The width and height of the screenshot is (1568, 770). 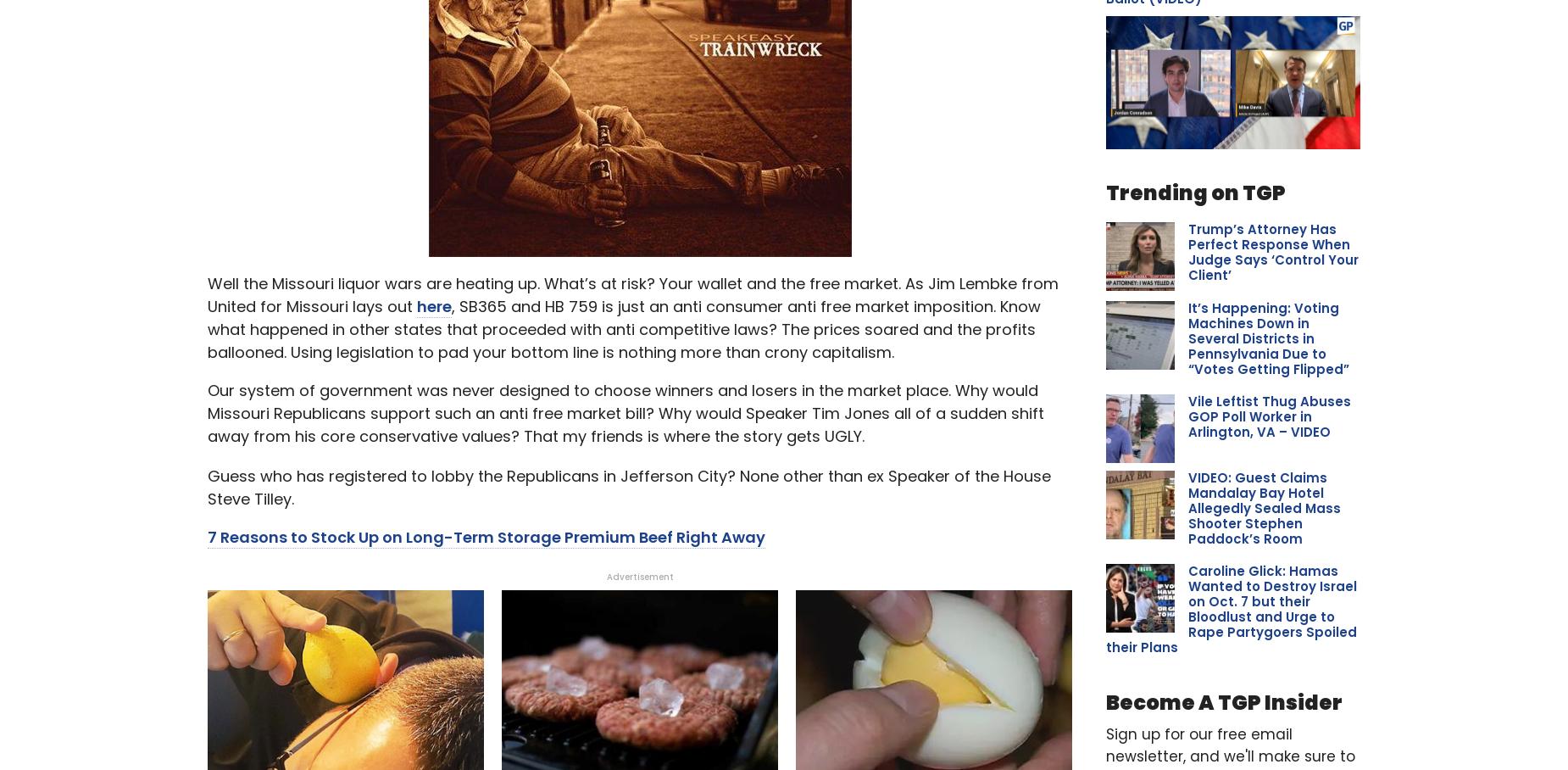 What do you see at coordinates (612, 171) in the screenshot?
I see `'read more of Jim Hoft's articles here.'` at bounding box center [612, 171].